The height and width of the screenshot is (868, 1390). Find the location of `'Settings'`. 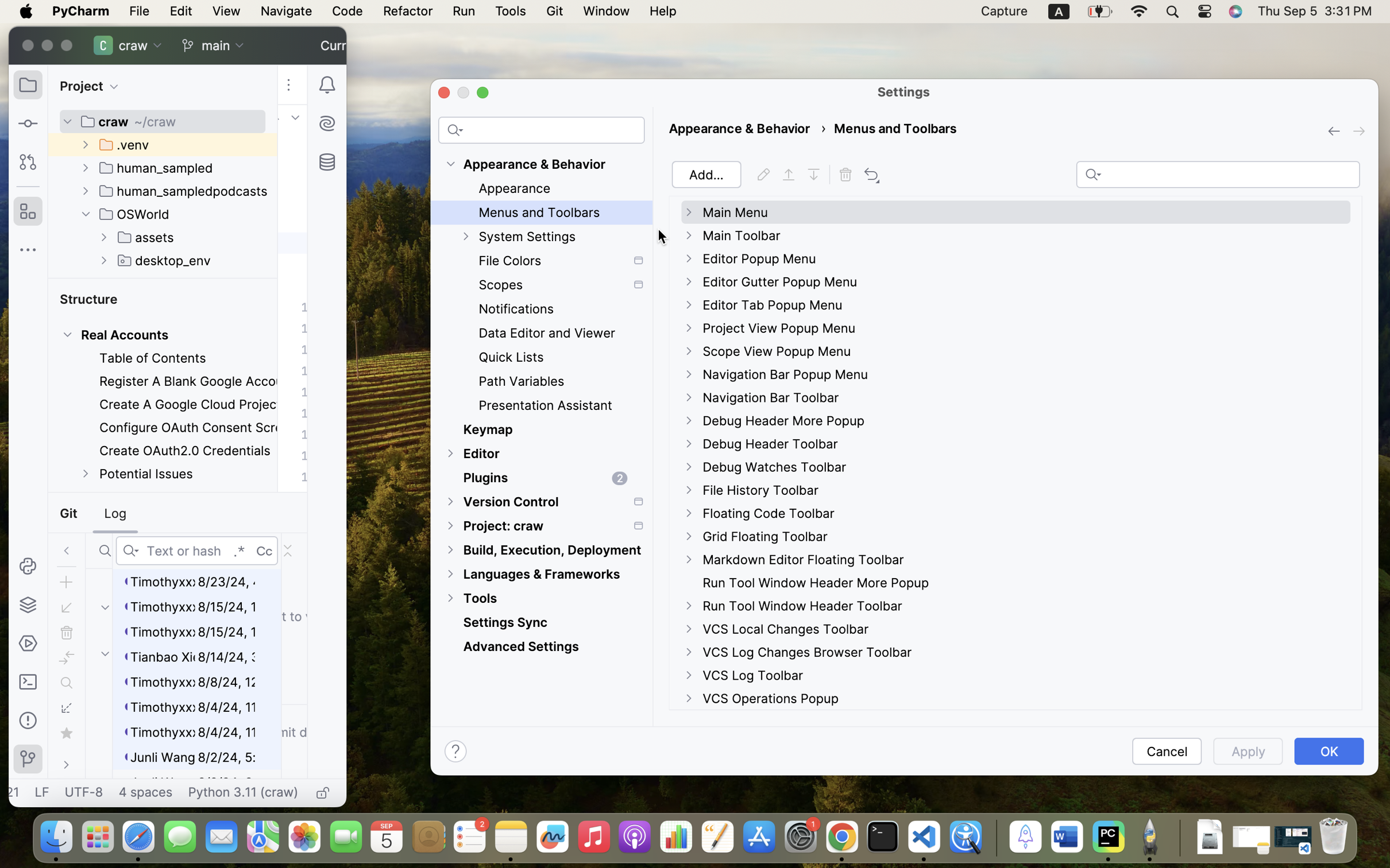

'Settings' is located at coordinates (903, 92).